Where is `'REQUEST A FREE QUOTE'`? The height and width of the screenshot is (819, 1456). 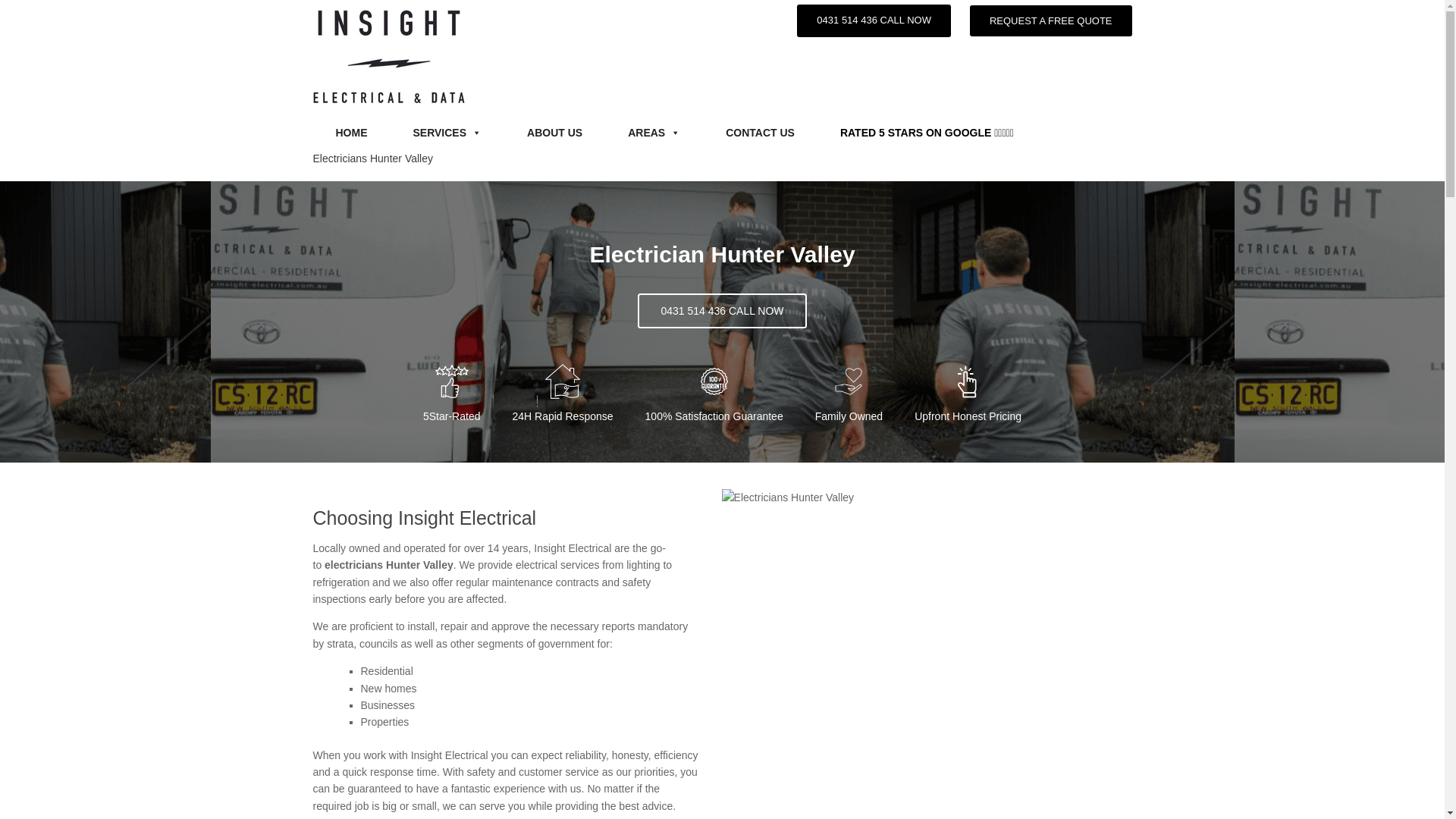 'REQUEST A FREE QUOTE' is located at coordinates (1050, 20).